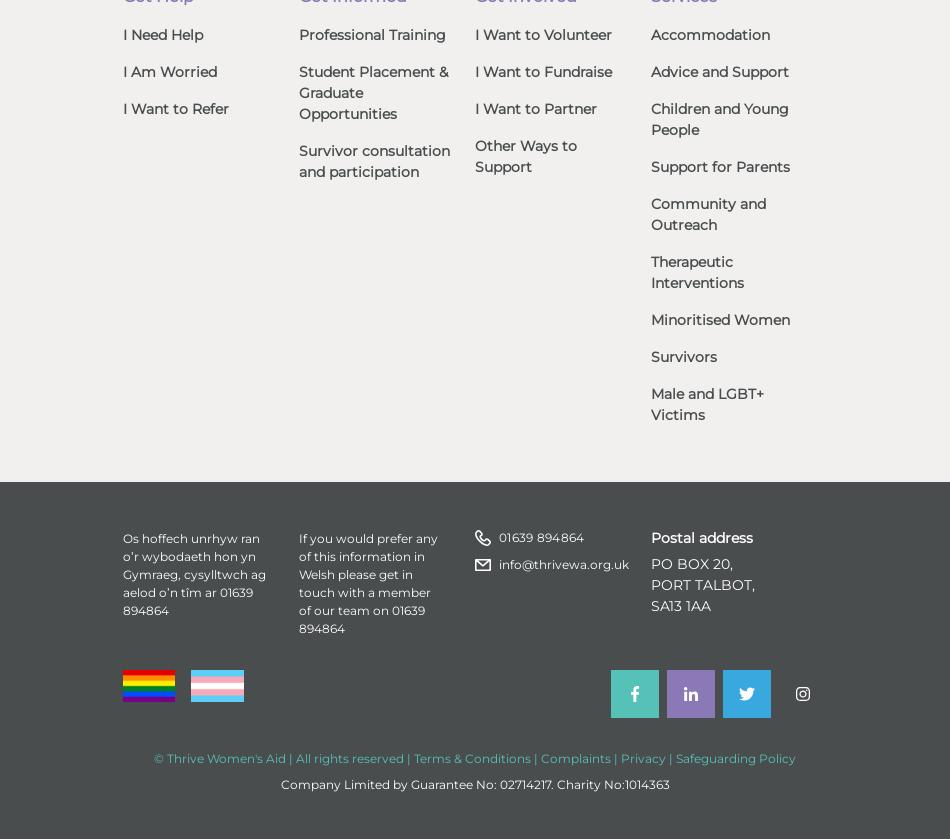  Describe the element at coordinates (643, 756) in the screenshot. I see `'Privacy'` at that location.